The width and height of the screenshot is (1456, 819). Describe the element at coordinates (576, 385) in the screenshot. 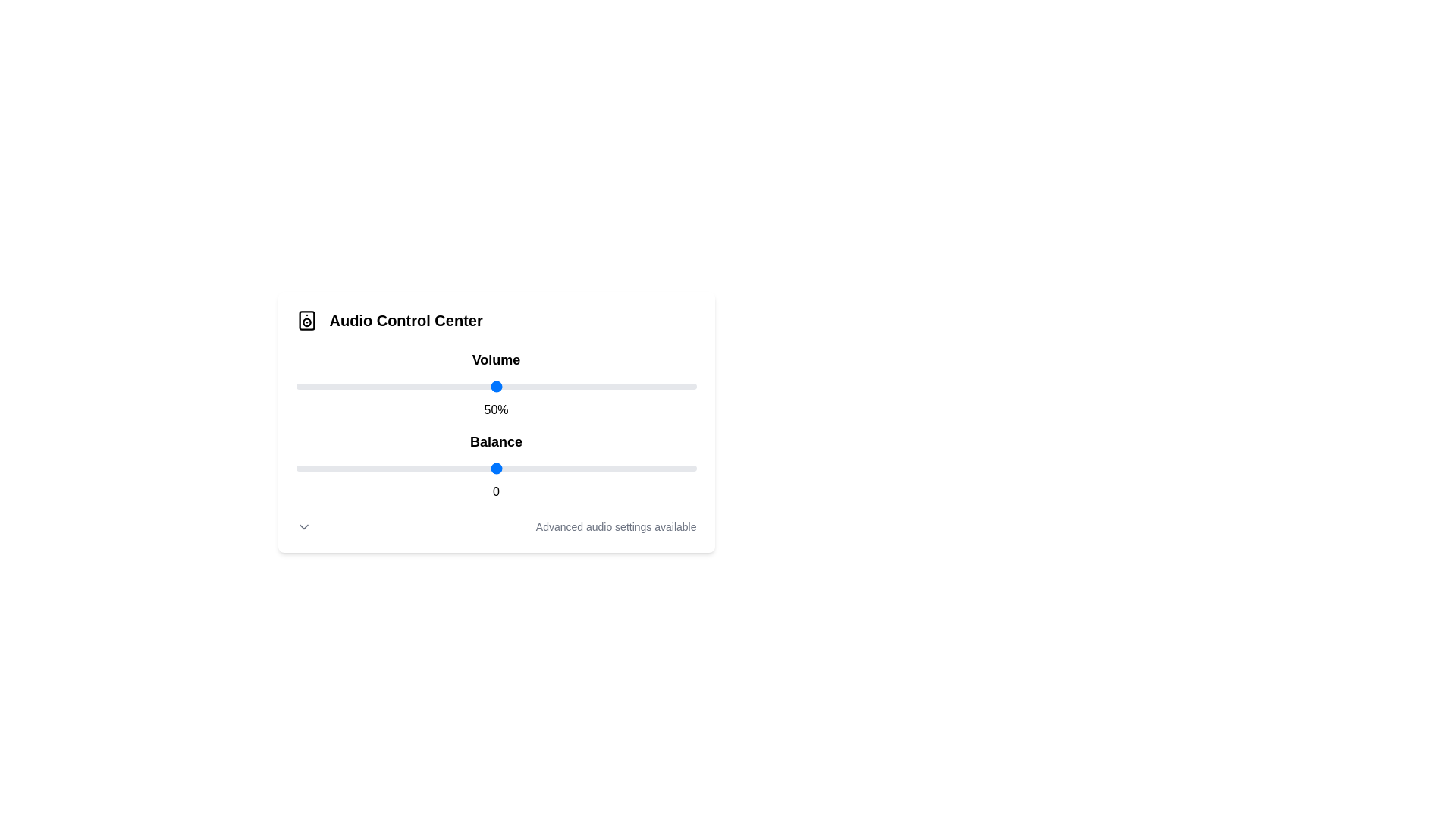

I see `the volume slider to 70%` at that location.